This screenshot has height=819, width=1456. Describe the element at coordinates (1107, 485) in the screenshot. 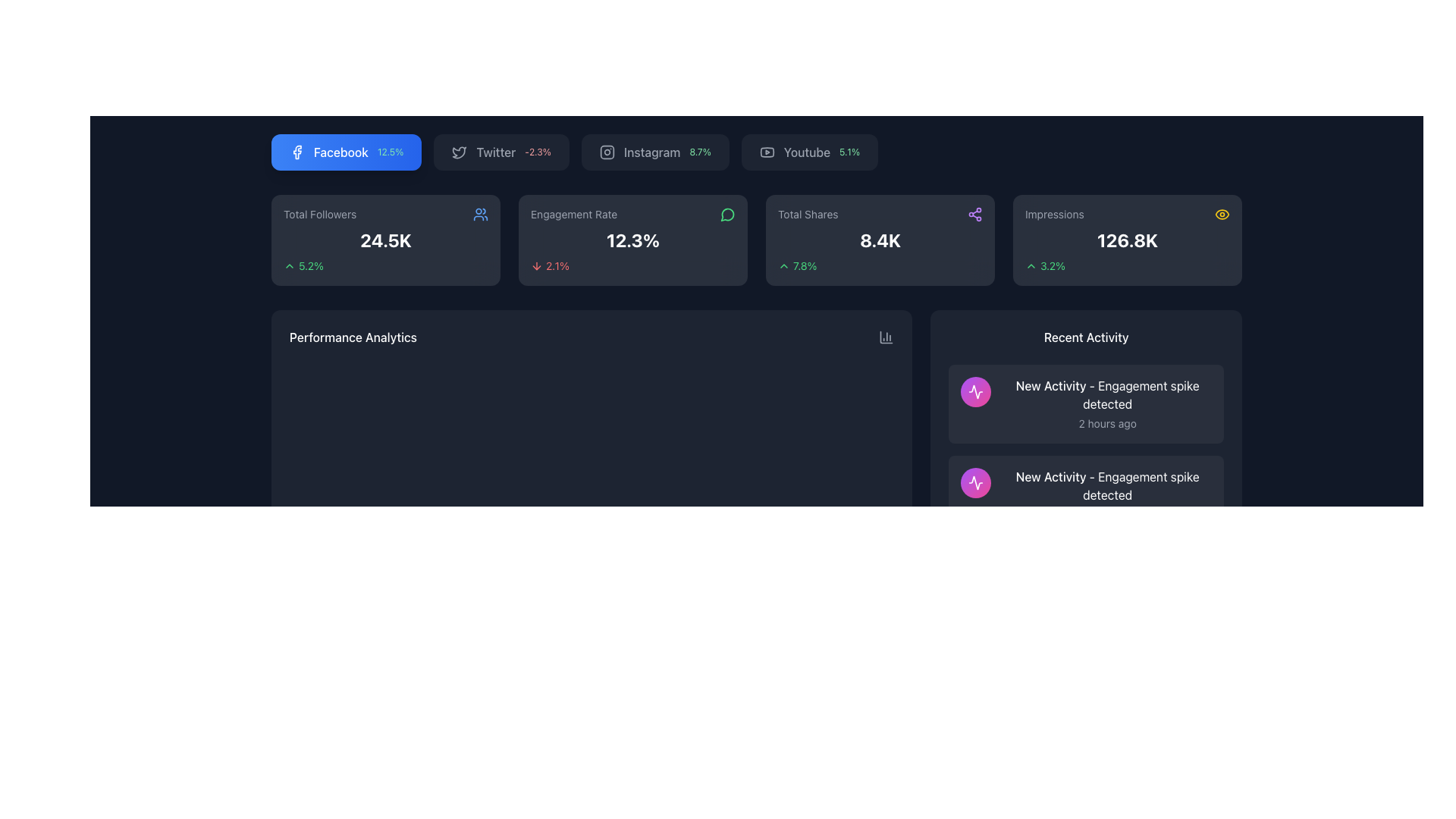

I see `the text label displaying 'New Activity - Engagement spike detected' located in the 'Recent Activity' section, which is the primary title text for the second listed activity card` at that location.